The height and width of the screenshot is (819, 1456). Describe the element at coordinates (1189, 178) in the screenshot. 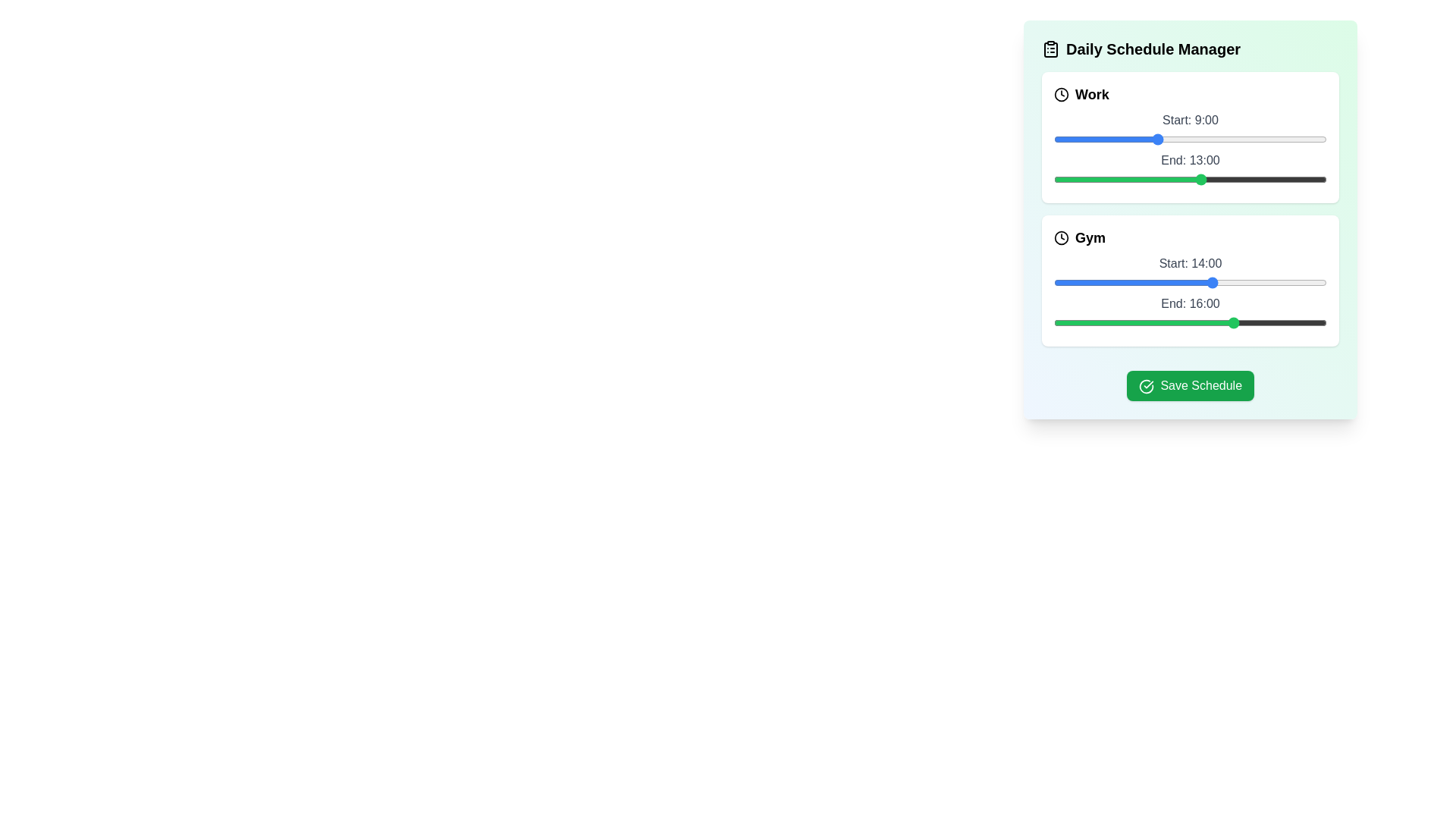

I see `the end time of the task to 12 hours using the slider` at that location.